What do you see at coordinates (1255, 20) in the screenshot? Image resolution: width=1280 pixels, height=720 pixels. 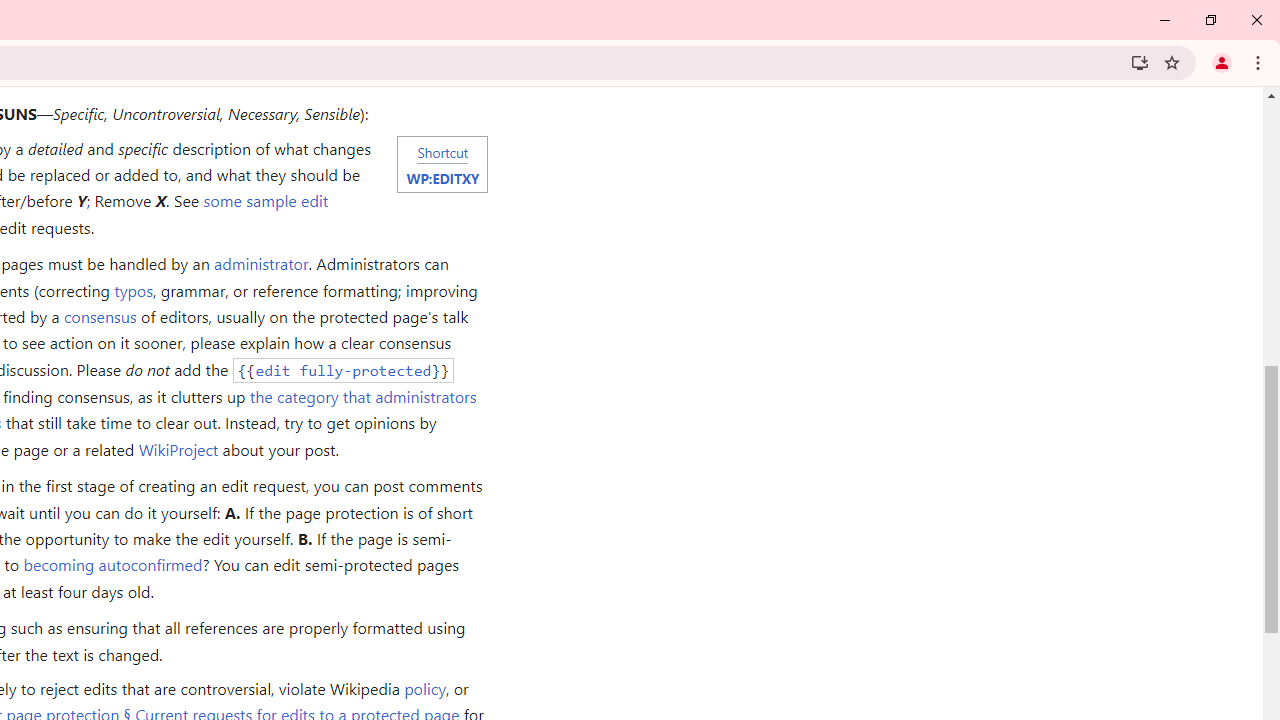 I see `'Close'` at bounding box center [1255, 20].